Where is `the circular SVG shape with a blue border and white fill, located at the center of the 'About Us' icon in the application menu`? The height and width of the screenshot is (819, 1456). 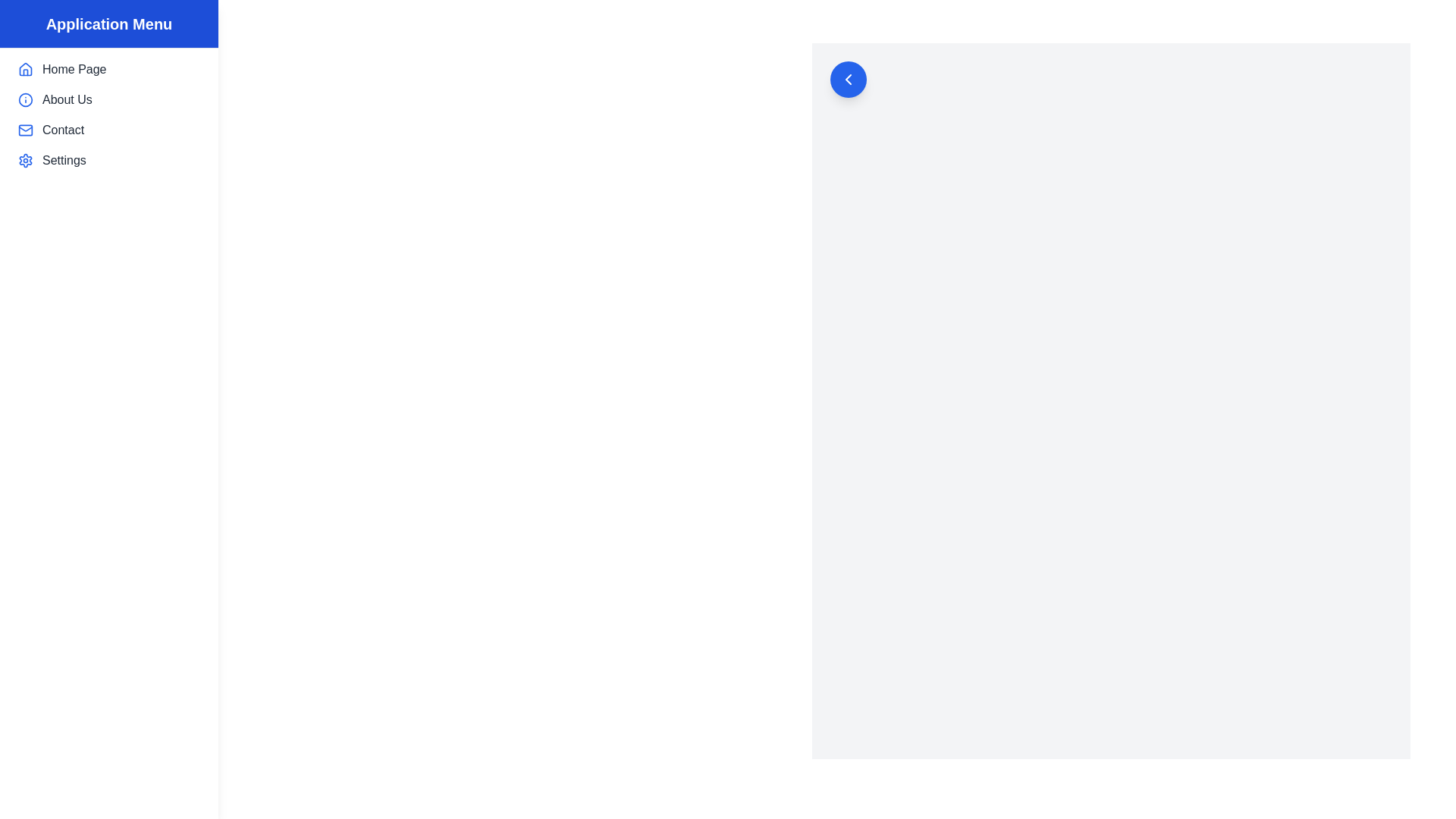 the circular SVG shape with a blue border and white fill, located at the center of the 'About Us' icon in the application menu is located at coordinates (25, 99).